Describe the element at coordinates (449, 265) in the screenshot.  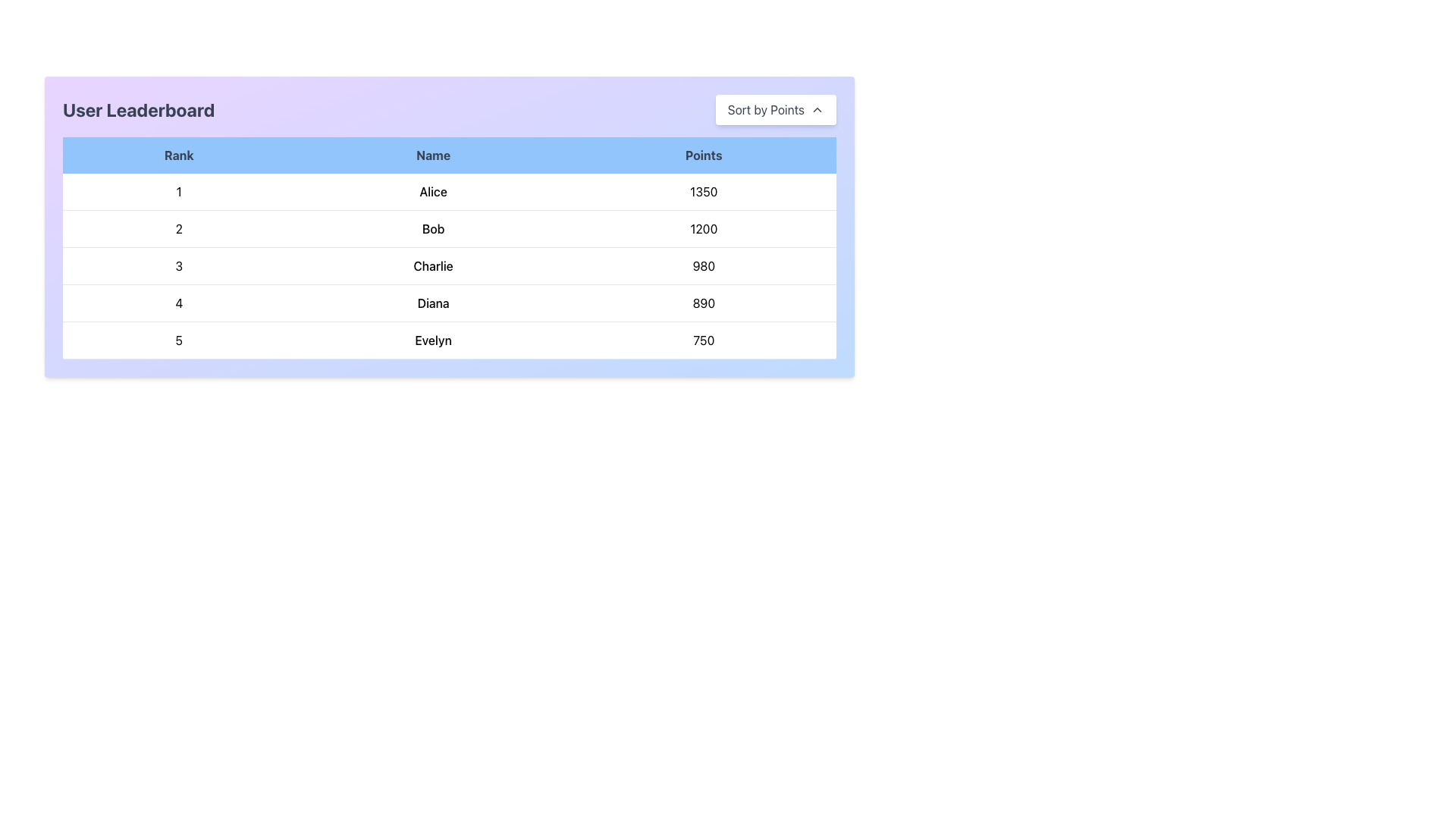
I see `the text of the third row in the leaderboard` at that location.